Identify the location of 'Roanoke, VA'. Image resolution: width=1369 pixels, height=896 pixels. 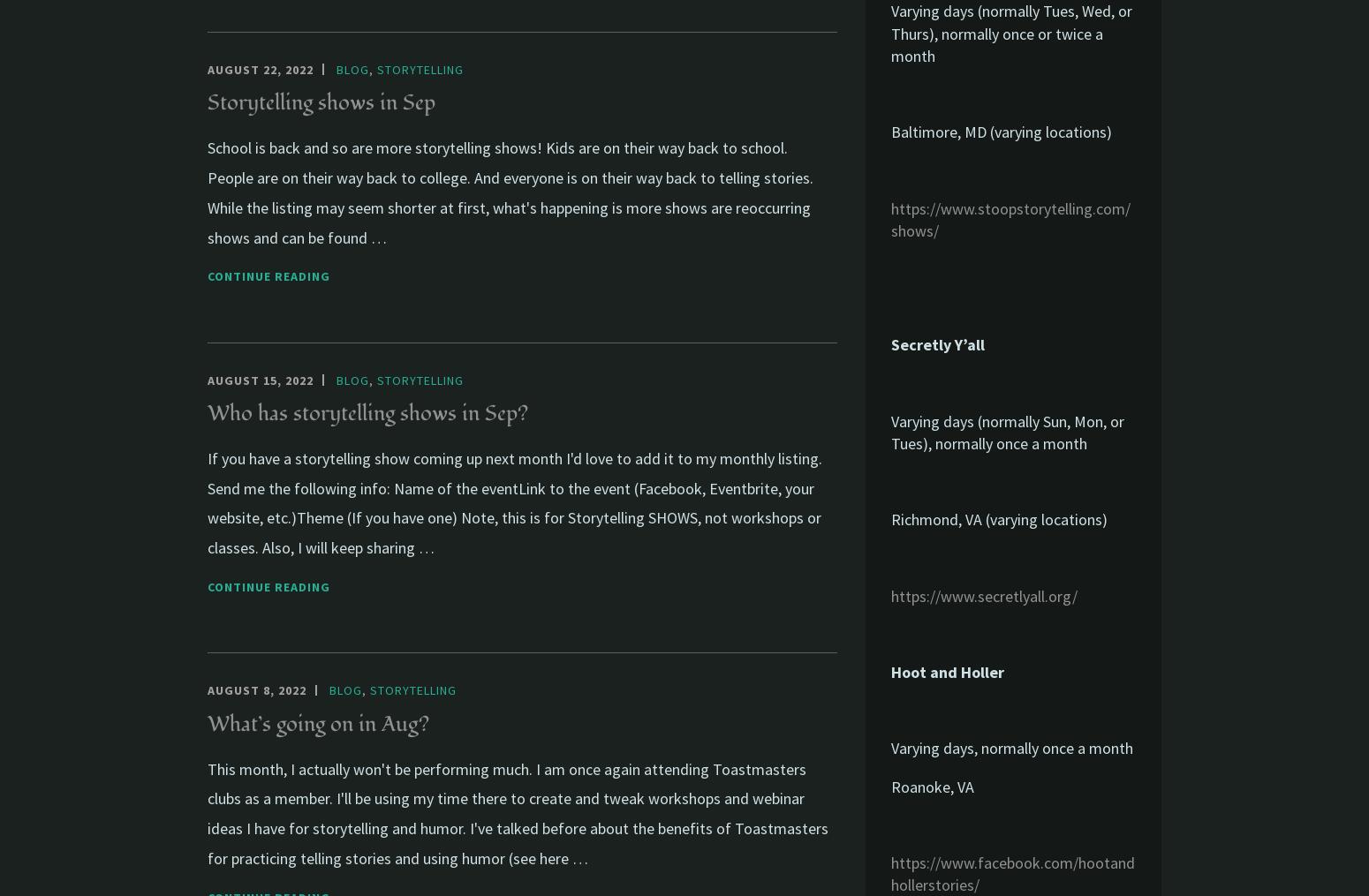
(933, 785).